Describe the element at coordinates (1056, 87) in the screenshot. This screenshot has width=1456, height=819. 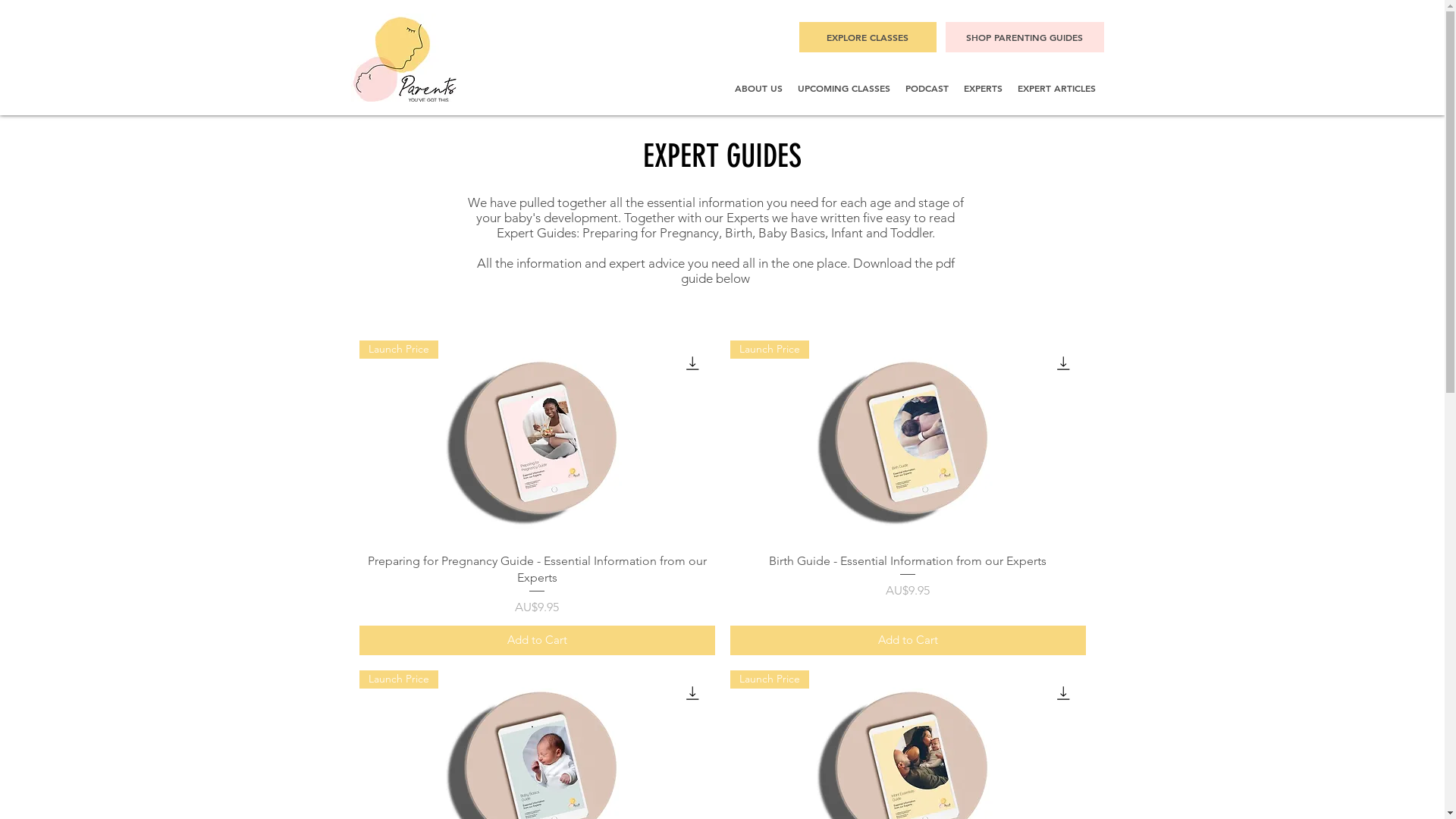
I see `'EXPERT ARTICLES'` at that location.